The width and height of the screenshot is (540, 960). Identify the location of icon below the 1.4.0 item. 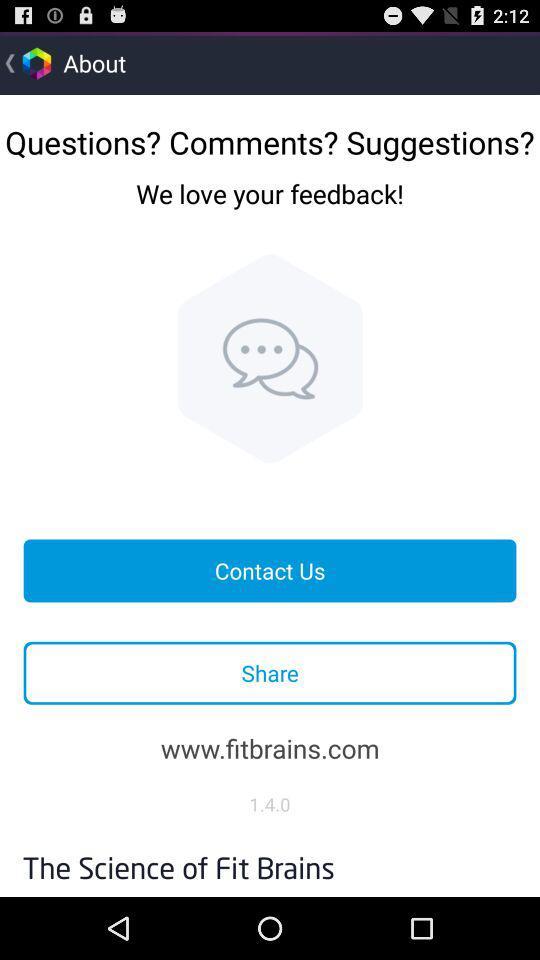
(270, 862).